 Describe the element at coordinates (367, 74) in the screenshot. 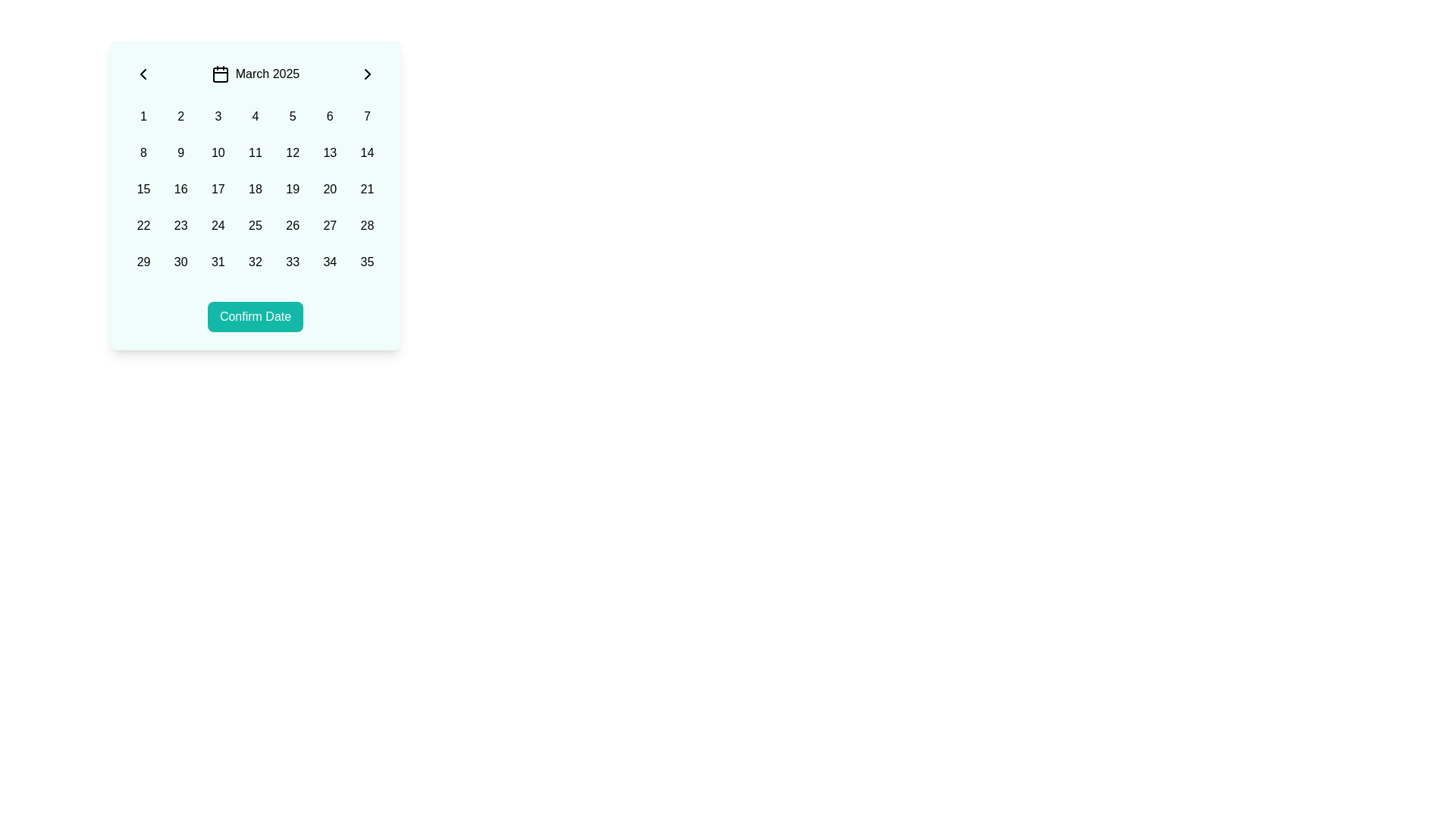

I see `the right-facing chevron arrow icon located in the top-right corner of the calendar interface` at that location.